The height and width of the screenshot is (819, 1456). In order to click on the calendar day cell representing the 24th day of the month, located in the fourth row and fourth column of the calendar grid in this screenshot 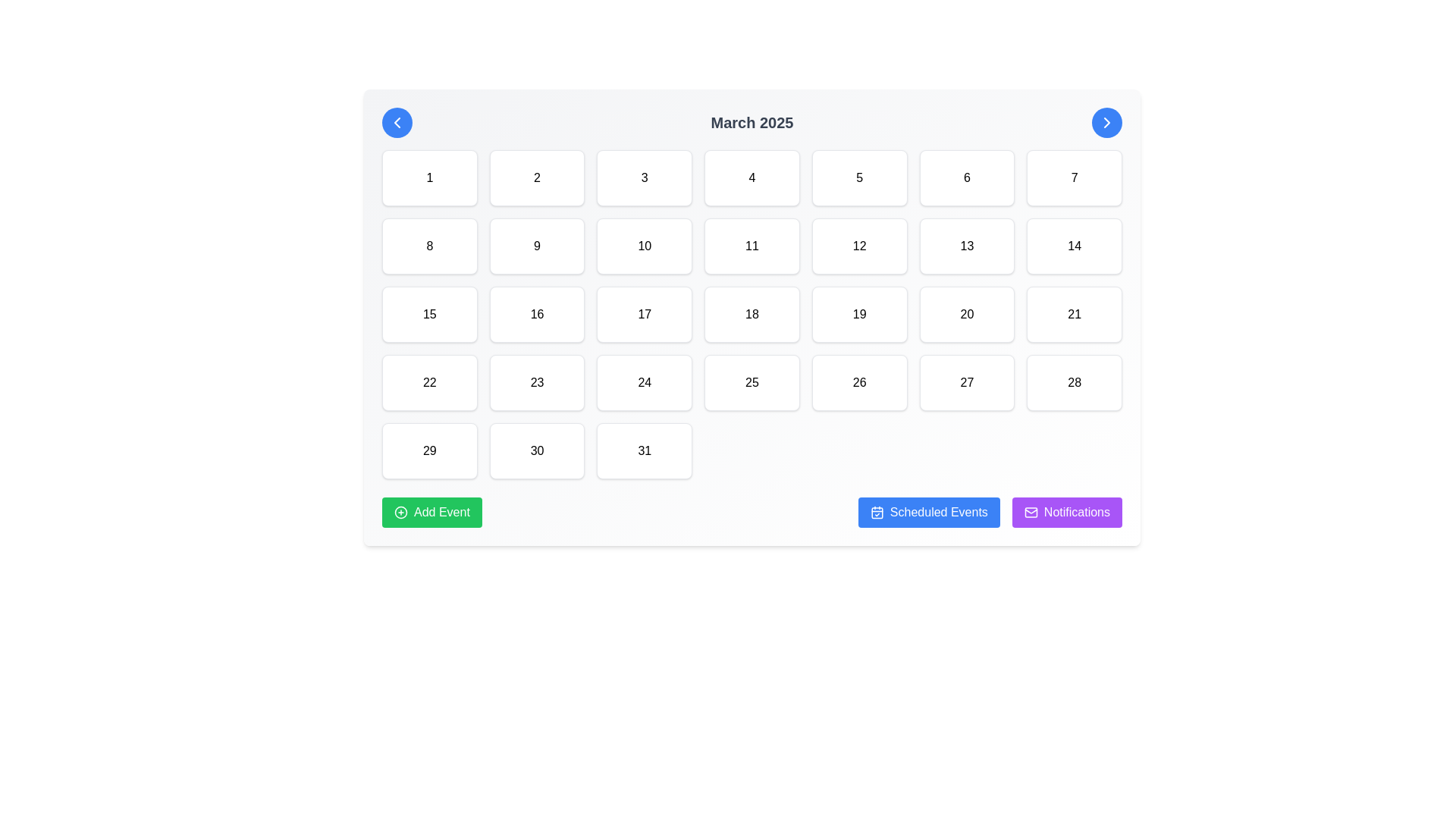, I will do `click(645, 382)`.